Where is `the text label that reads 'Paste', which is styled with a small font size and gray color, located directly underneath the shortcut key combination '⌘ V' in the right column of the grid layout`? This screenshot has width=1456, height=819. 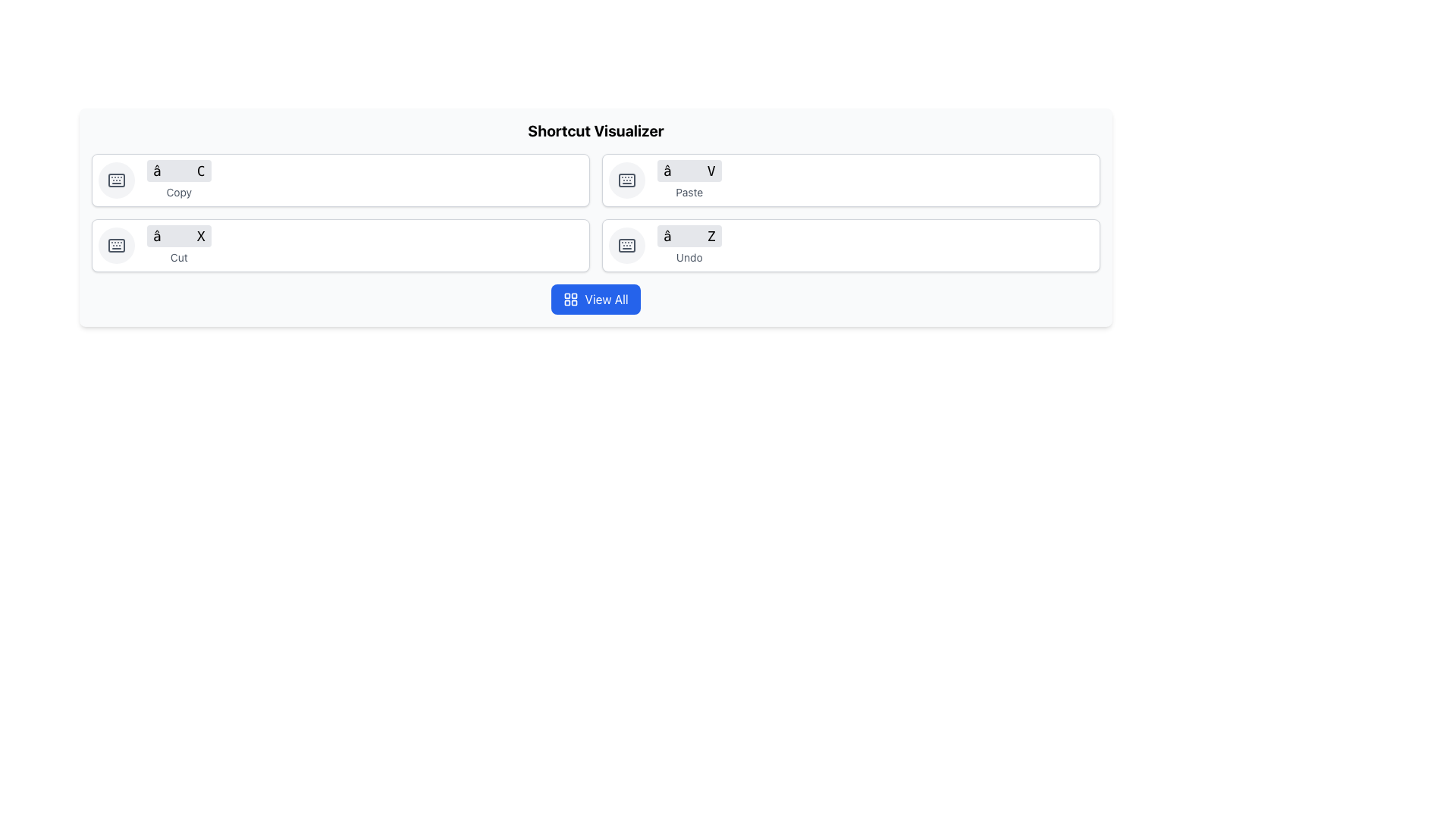 the text label that reads 'Paste', which is styled with a small font size and gray color, located directly underneath the shortcut key combination '⌘ V' in the right column of the grid layout is located at coordinates (689, 192).